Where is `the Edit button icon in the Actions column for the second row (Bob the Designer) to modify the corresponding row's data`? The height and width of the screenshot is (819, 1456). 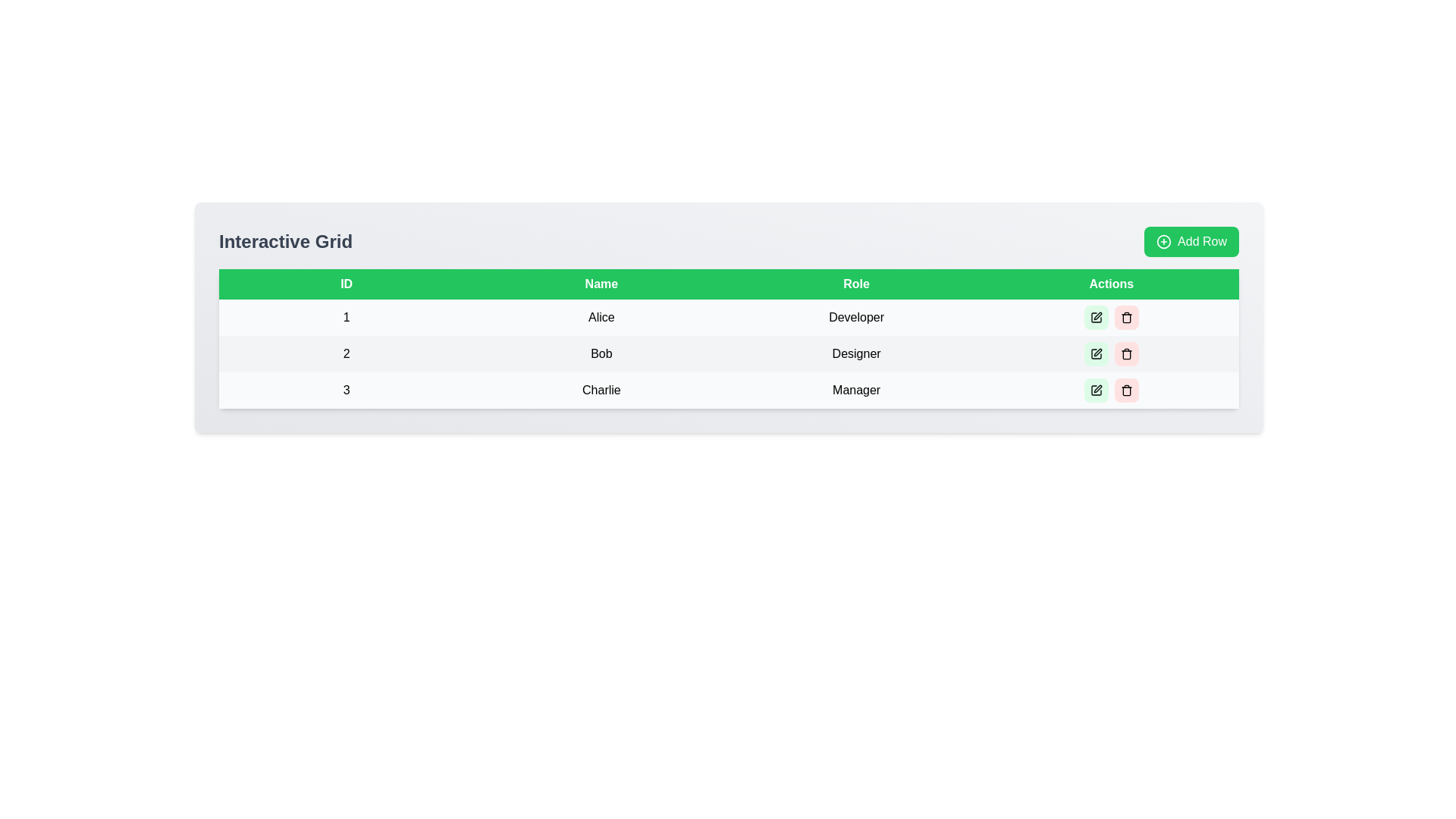 the Edit button icon in the Actions column for the second row (Bob the Designer) to modify the corresponding row's data is located at coordinates (1096, 353).